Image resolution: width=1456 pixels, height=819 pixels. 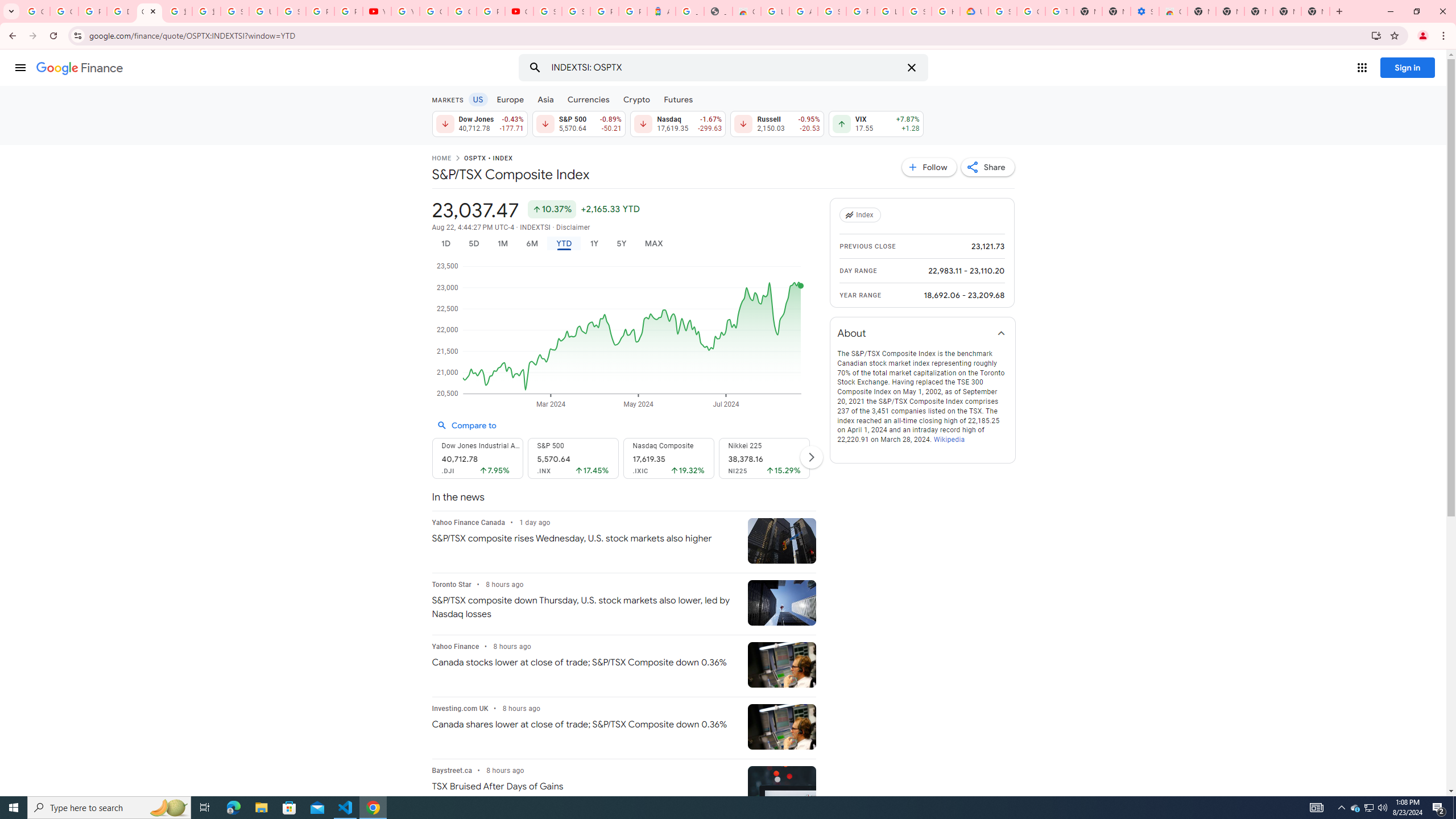 What do you see at coordinates (473, 243) in the screenshot?
I see `'5D'` at bounding box center [473, 243].